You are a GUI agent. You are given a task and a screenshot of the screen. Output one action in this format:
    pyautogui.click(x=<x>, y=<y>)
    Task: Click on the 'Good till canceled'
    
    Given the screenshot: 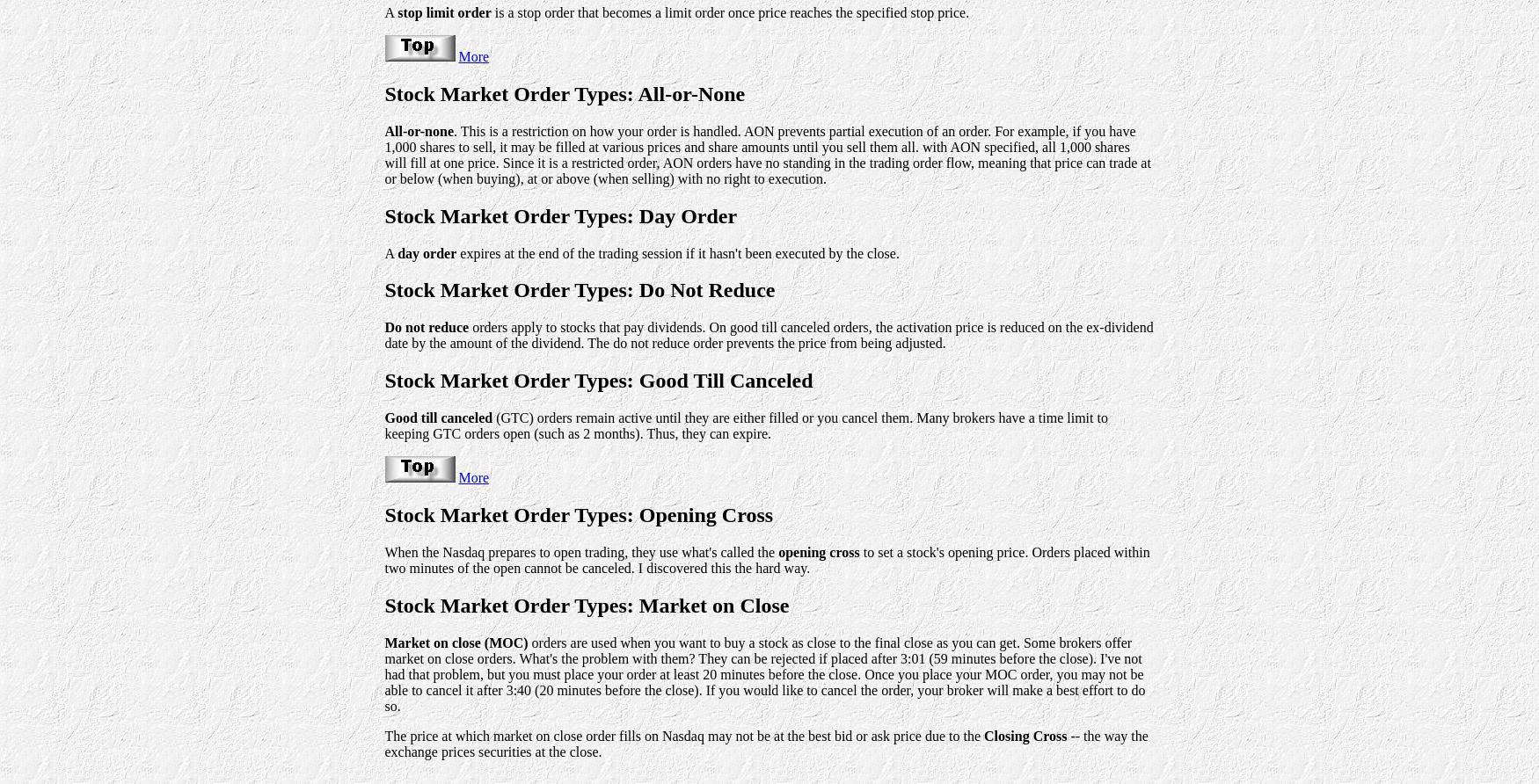 What is the action you would take?
    pyautogui.click(x=438, y=417)
    